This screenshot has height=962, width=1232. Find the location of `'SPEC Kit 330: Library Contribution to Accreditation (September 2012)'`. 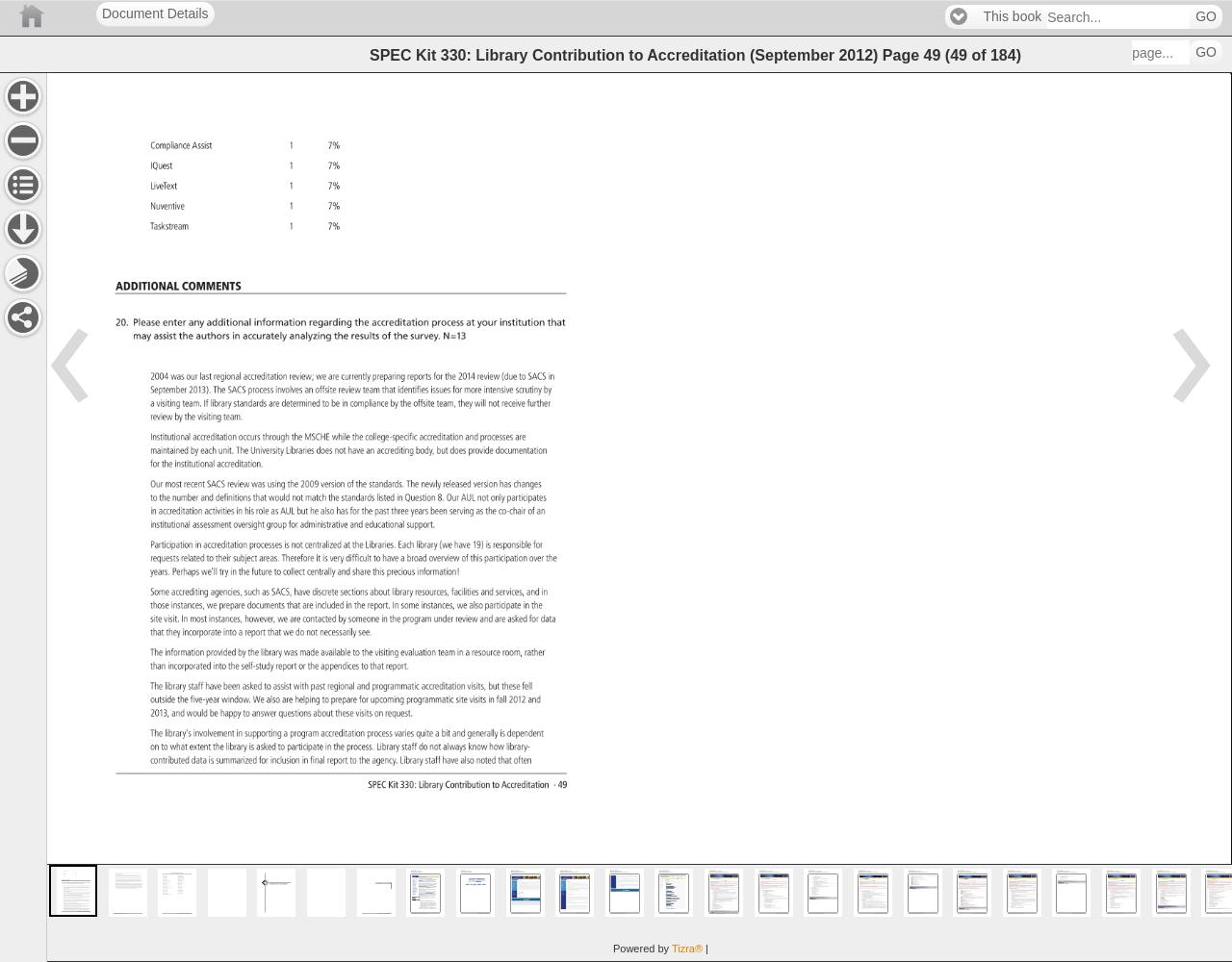

'SPEC Kit 330: Library Contribution to Accreditation (September 2012)' is located at coordinates (625, 54).